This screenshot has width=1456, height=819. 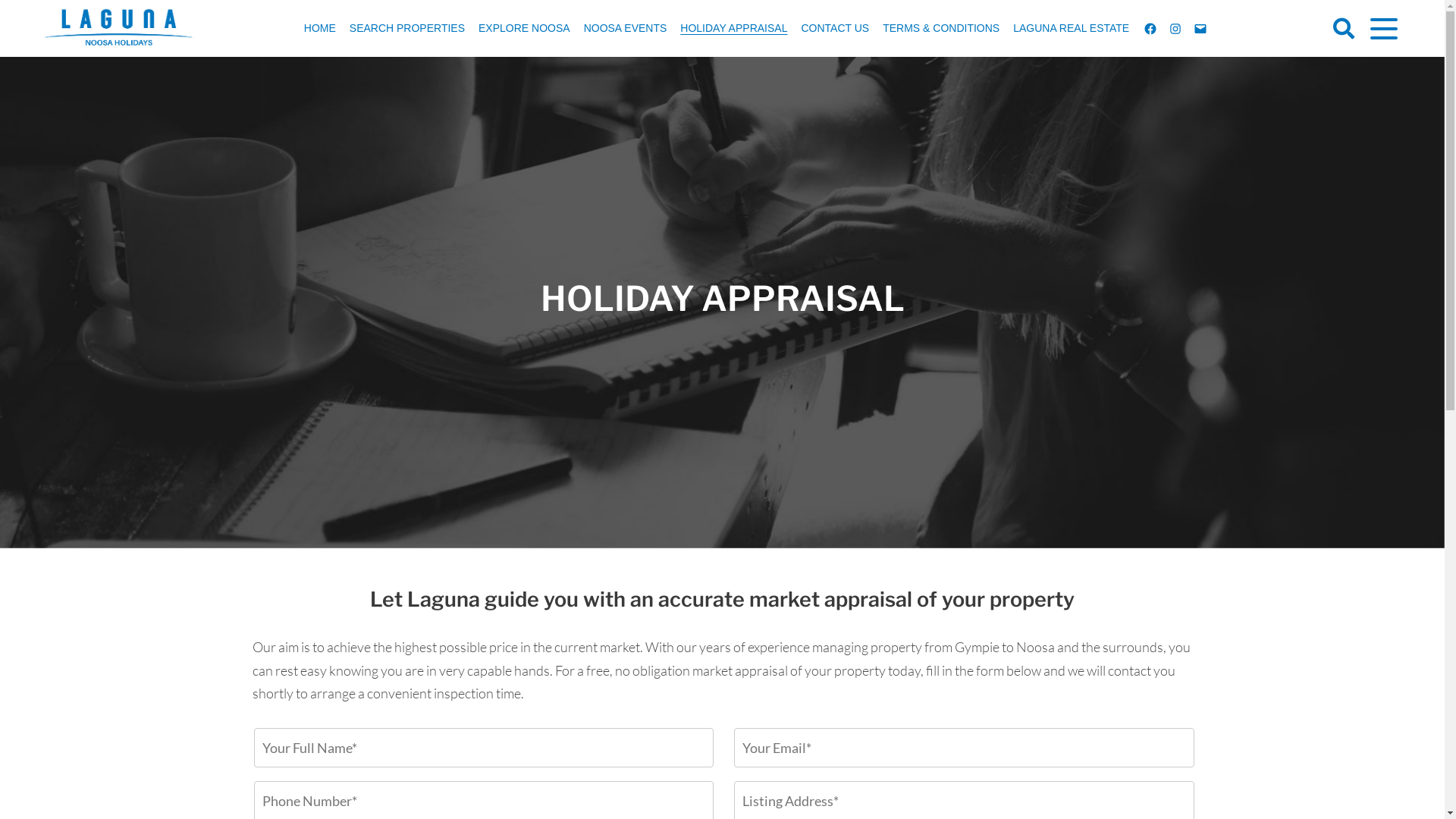 I want to click on 'HOME', so click(x=319, y=28).